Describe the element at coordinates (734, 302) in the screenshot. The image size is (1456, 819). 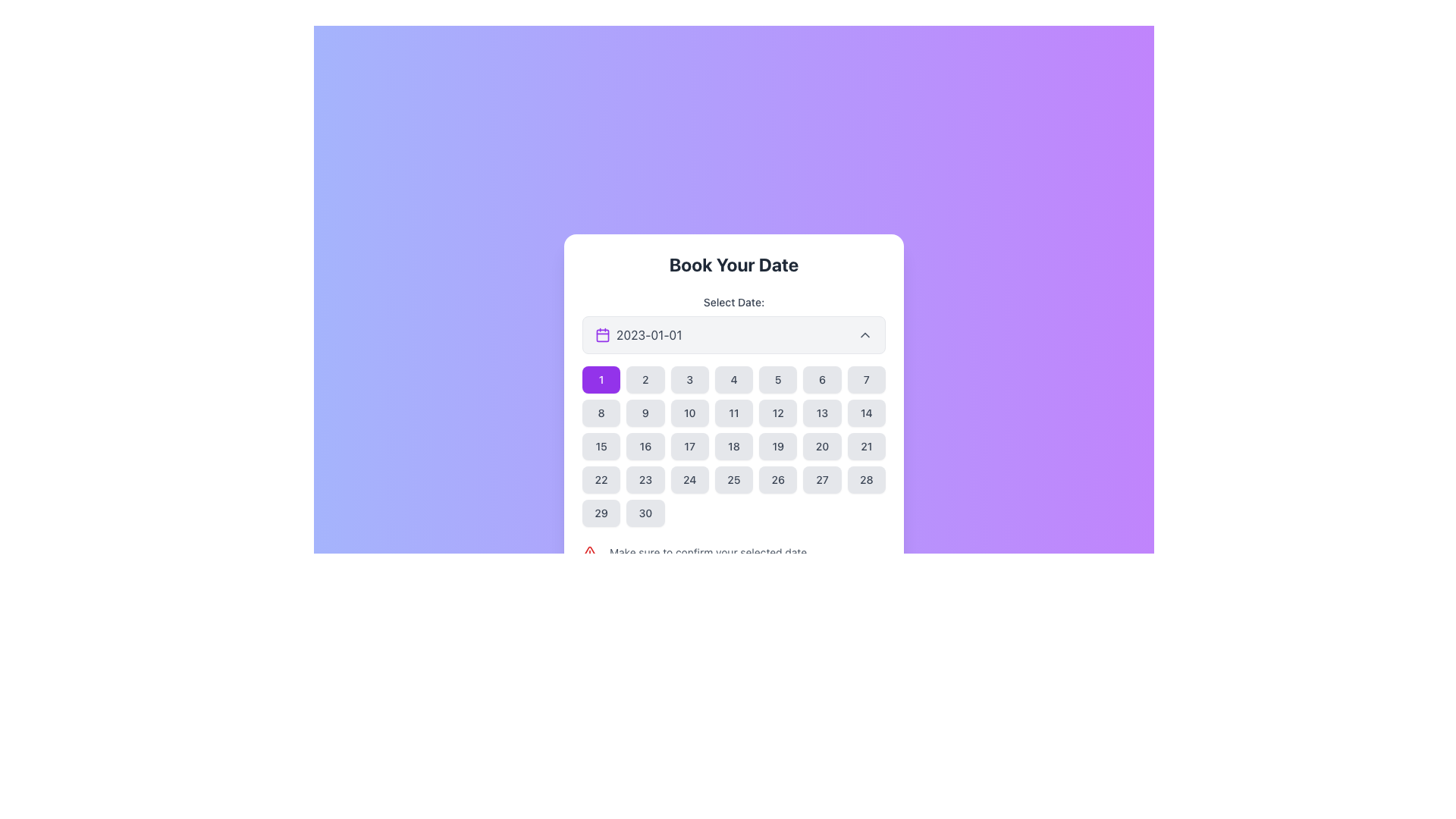
I see `the text label that reads 'Select Date:', which is styled with a small font size and medium weight, positioned above the date input field` at that location.